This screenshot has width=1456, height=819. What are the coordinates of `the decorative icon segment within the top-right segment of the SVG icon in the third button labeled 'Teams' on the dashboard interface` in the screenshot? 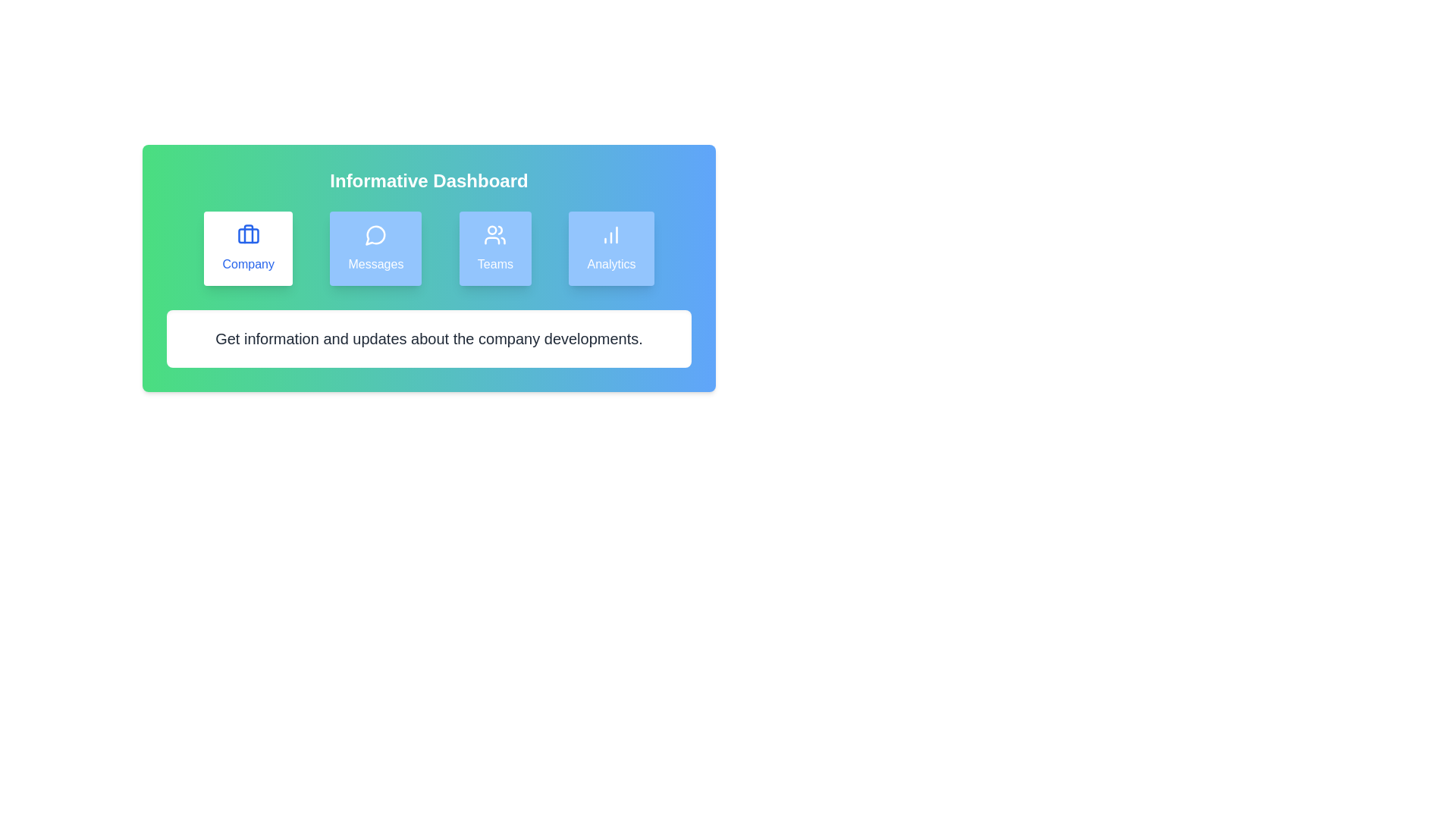 It's located at (500, 230).